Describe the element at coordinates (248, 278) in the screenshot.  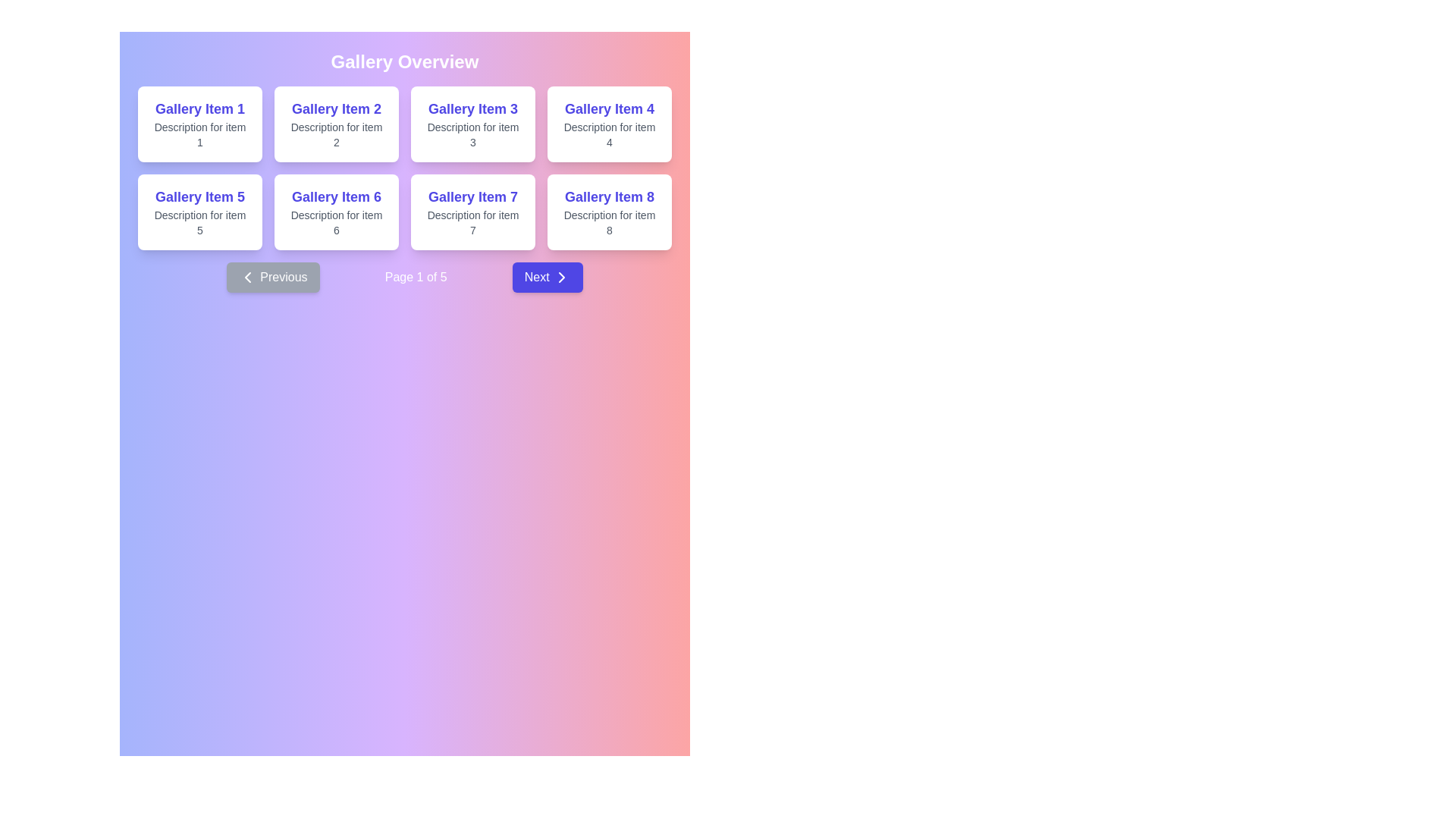
I see `the left-pointing chevron icon within the 'Previous' button` at that location.